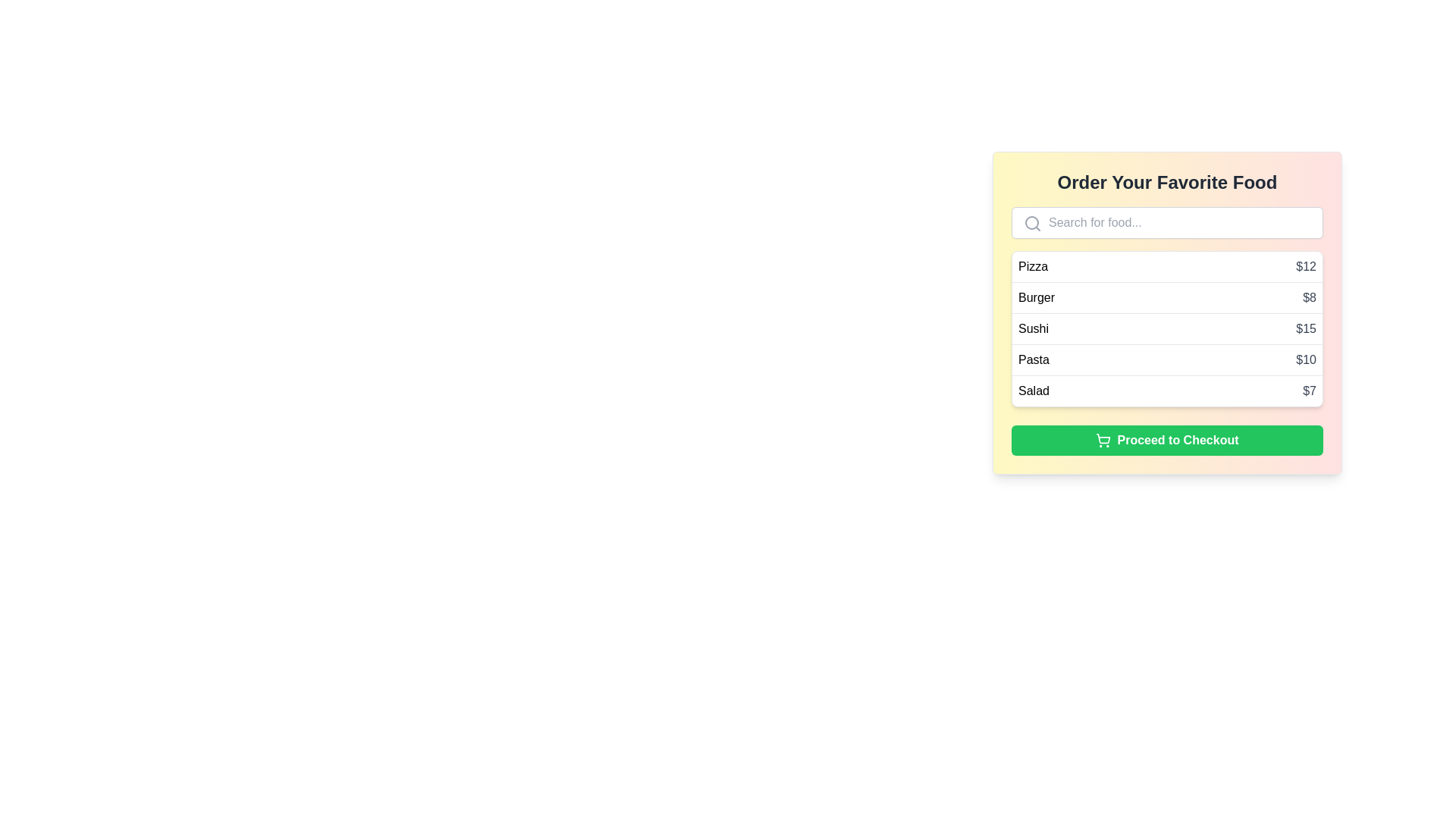 The width and height of the screenshot is (1456, 819). I want to click on the selectable list item for 'Pizza' priced at '$12', so click(1166, 265).